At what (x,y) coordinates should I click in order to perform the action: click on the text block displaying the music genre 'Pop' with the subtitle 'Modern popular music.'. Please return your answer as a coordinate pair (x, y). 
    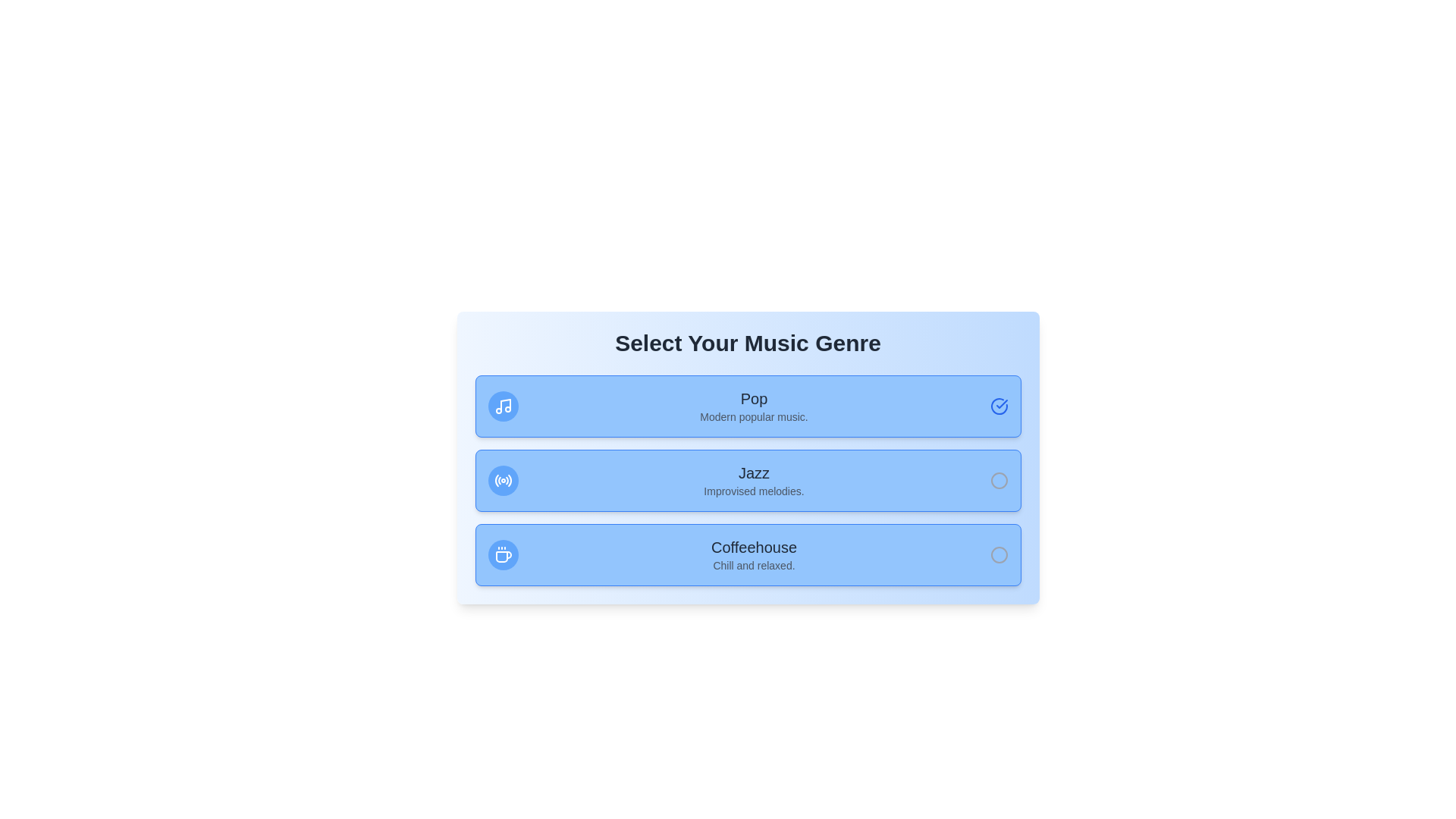
    Looking at the image, I should click on (754, 406).